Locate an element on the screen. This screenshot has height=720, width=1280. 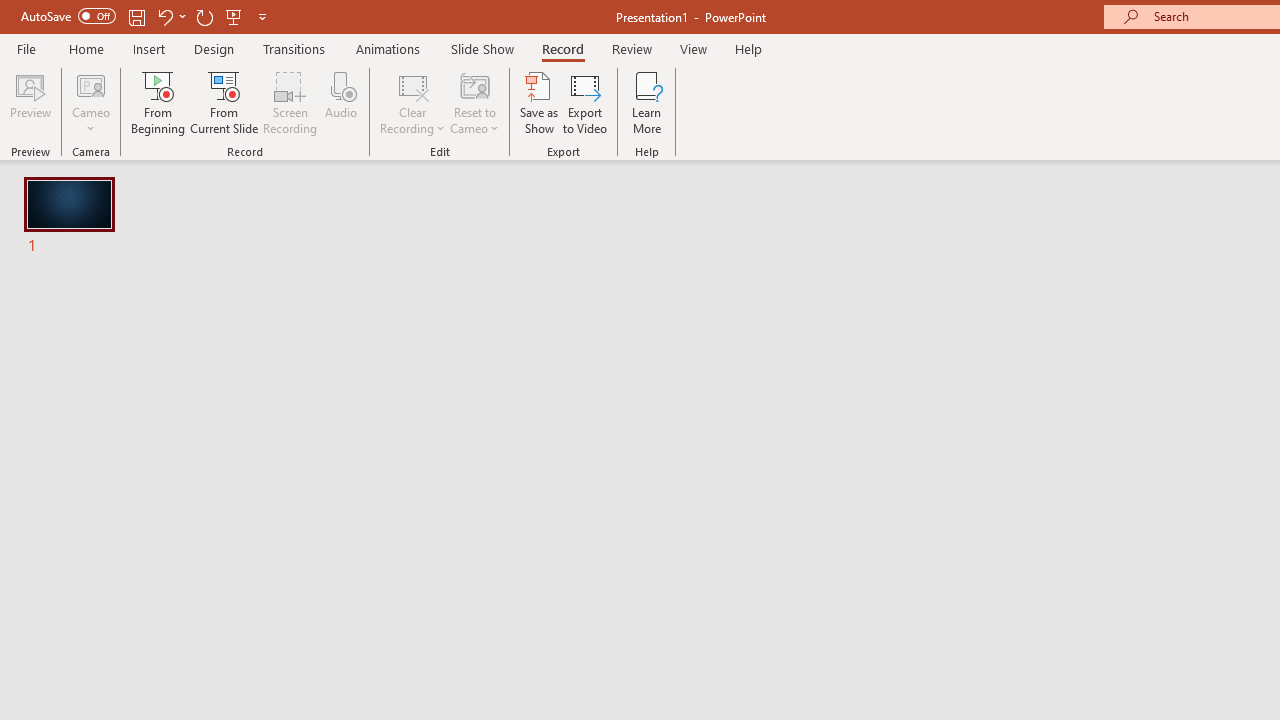
'Redo' is located at coordinates (204, 16).